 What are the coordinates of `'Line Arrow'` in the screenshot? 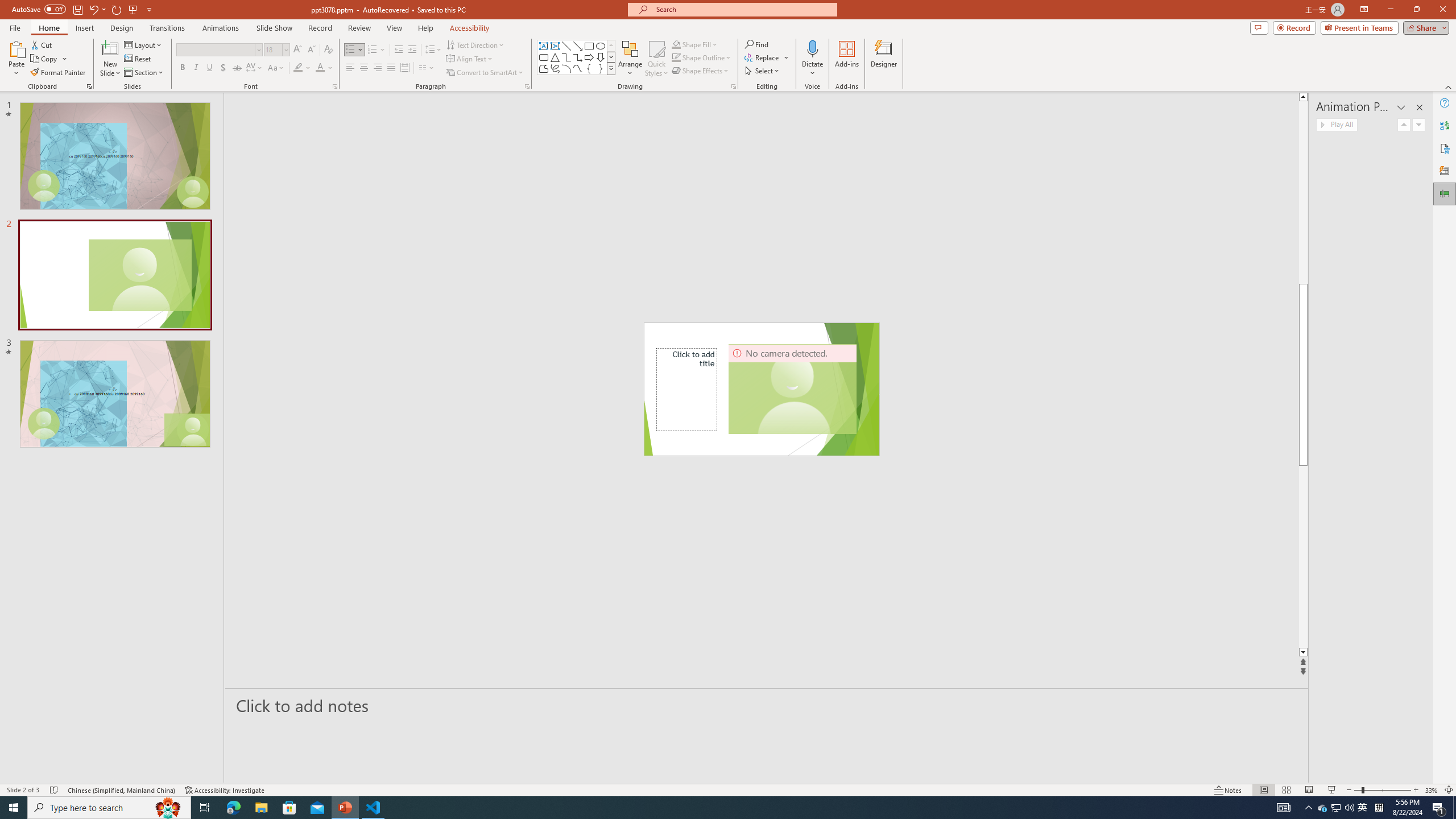 It's located at (577, 45).